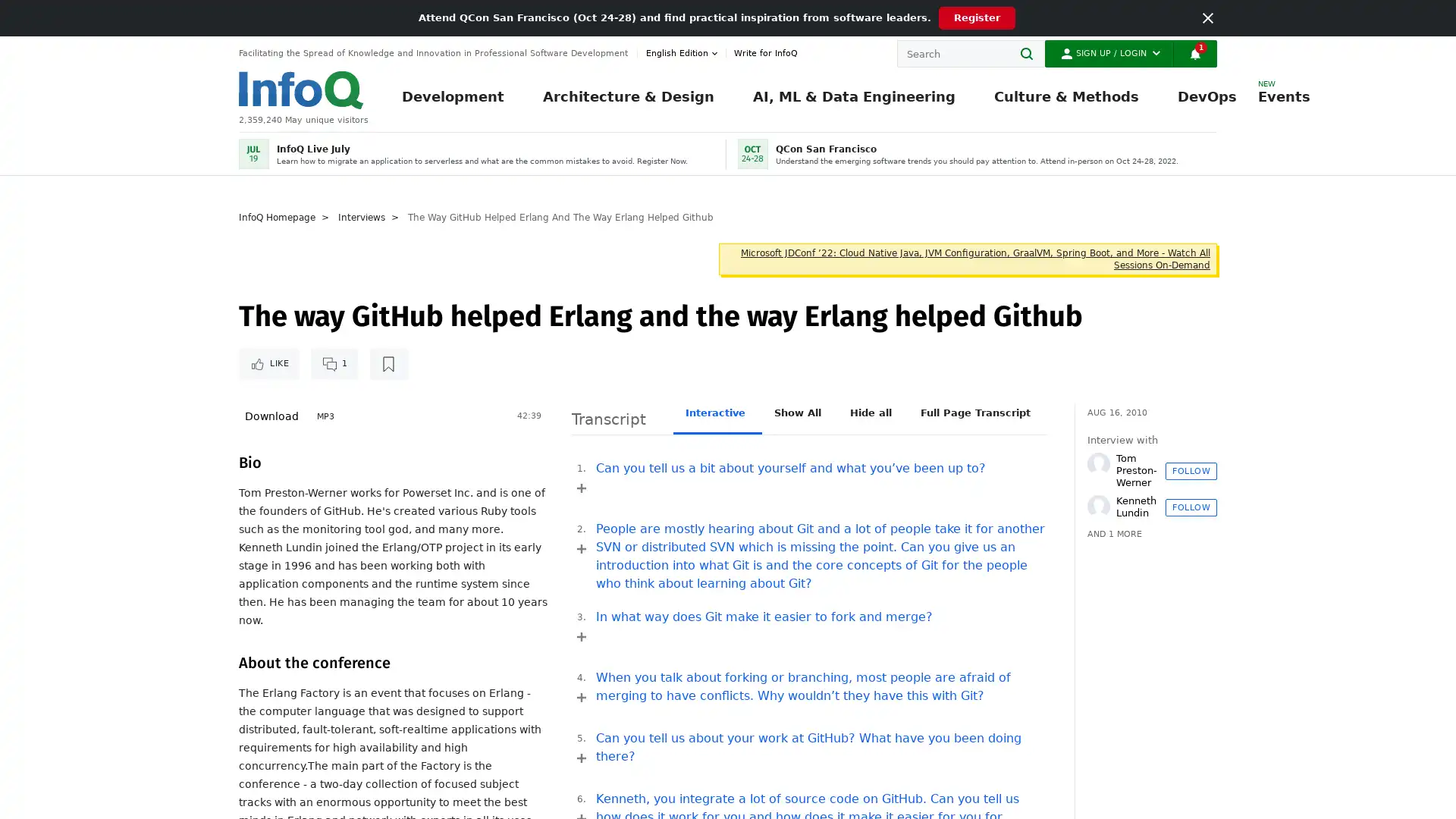  Describe the element at coordinates (325, 417) in the screenshot. I see `MP3` at that location.